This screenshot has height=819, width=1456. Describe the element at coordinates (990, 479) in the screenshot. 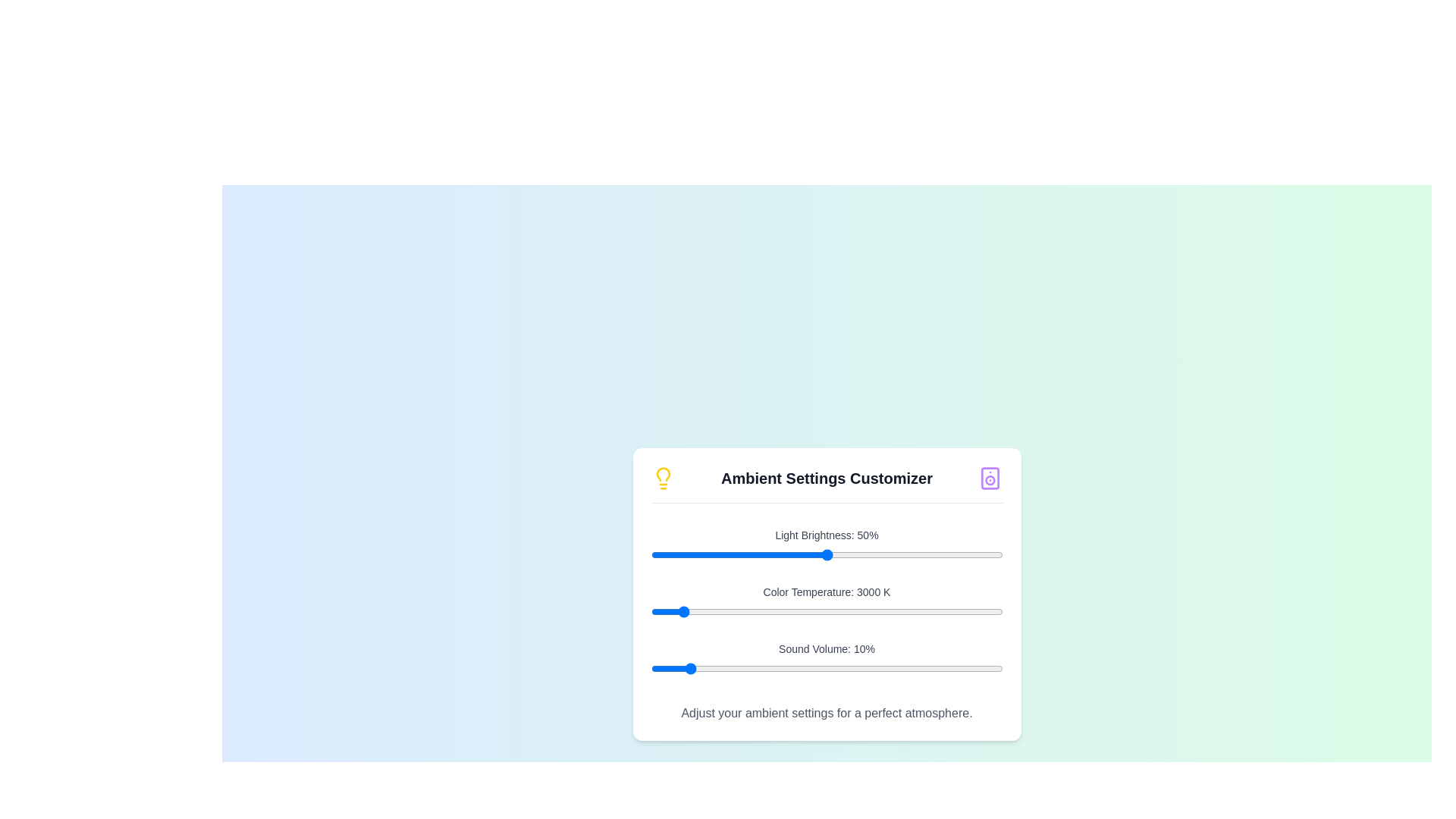

I see `properties of the outer rectangular SVG element that serves as the background of the speaker icon located at the top-right corner of the 'Ambient Settings Customizer' card` at that location.